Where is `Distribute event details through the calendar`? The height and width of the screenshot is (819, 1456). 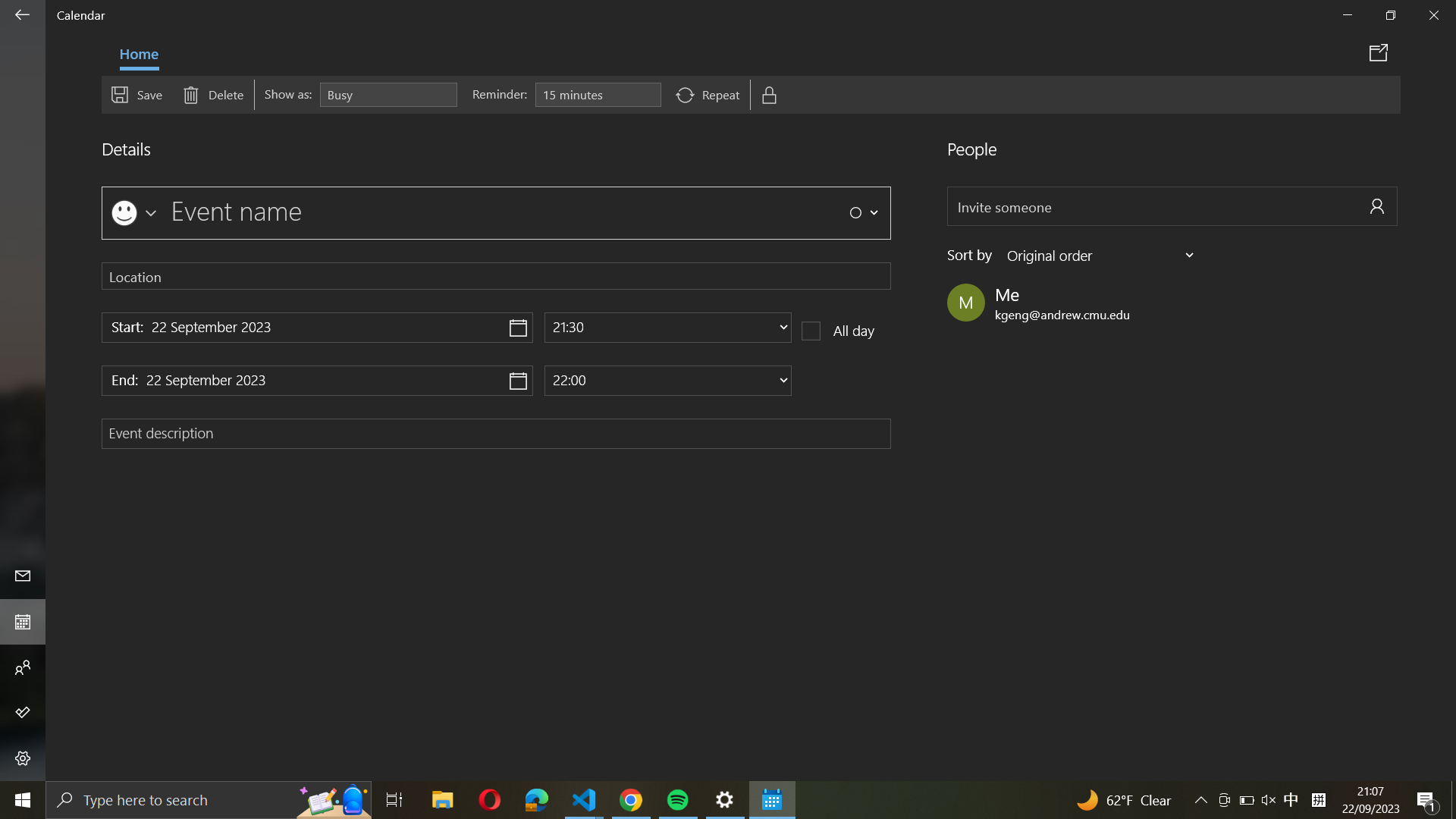 Distribute event details through the calendar is located at coordinates (1381, 52).